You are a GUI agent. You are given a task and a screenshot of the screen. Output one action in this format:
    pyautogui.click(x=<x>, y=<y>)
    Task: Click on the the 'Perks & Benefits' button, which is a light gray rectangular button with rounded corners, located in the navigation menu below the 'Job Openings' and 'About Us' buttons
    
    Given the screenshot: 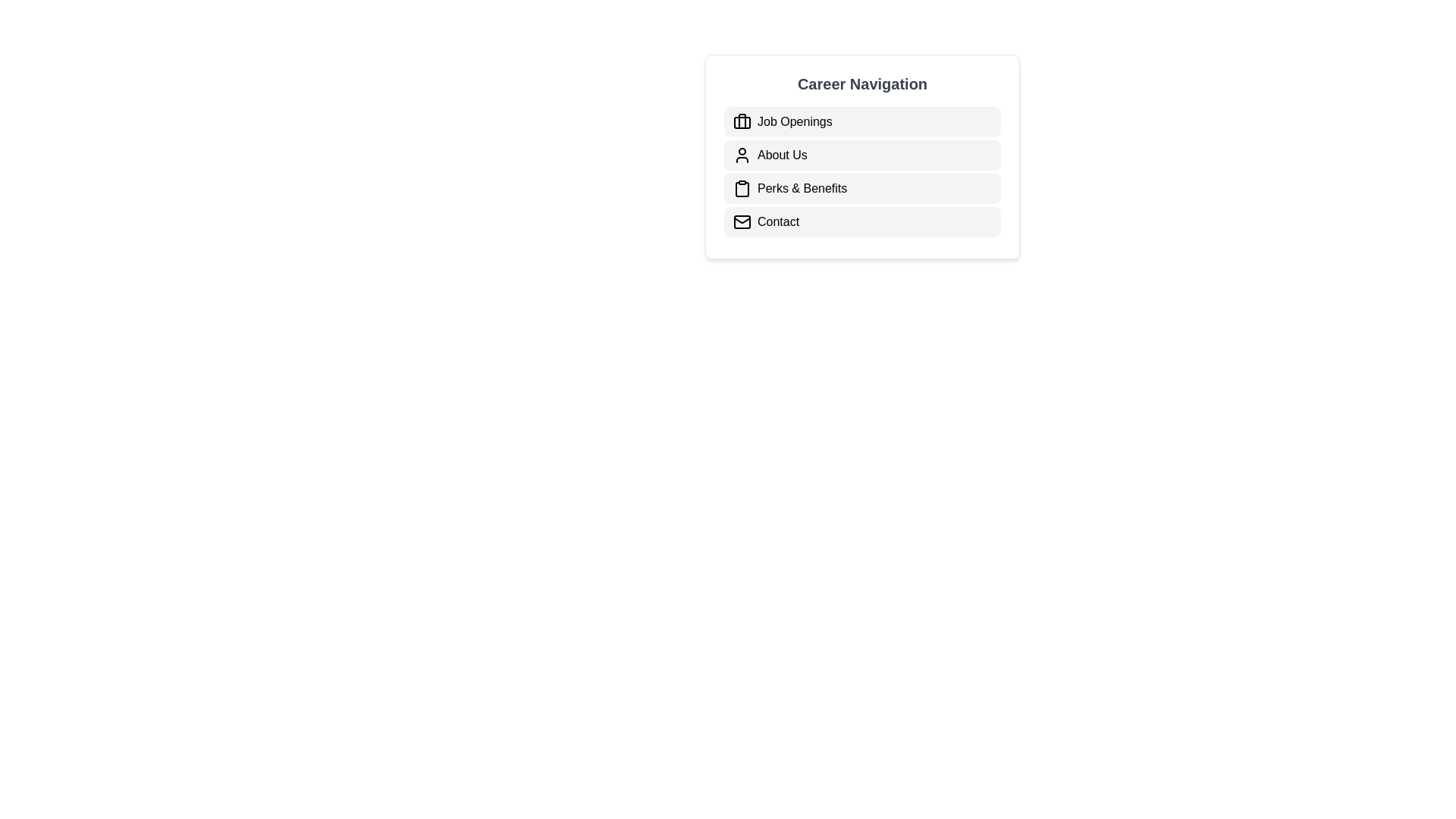 What is the action you would take?
    pyautogui.click(x=862, y=188)
    